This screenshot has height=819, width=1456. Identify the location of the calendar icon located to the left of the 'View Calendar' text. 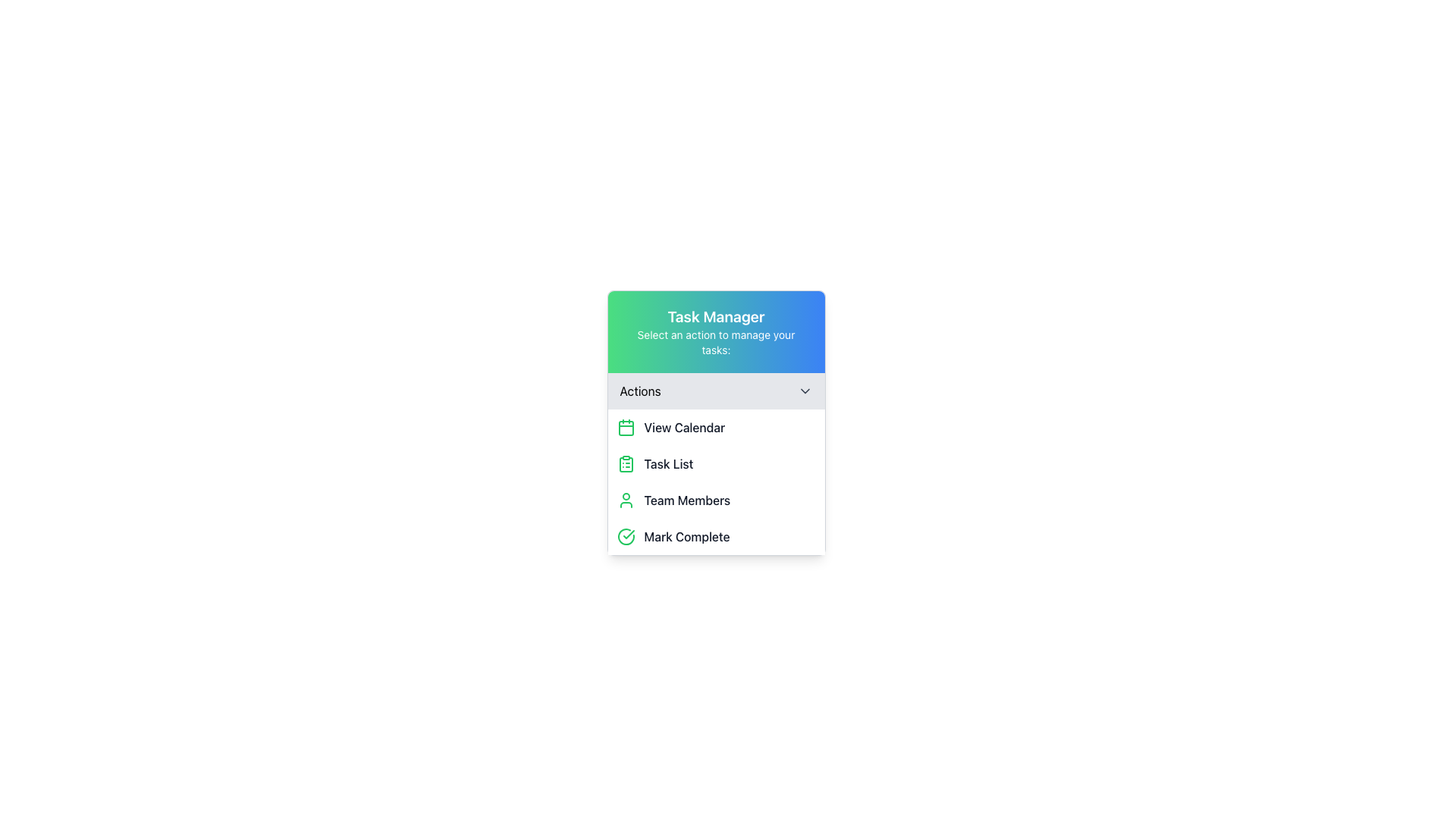
(626, 427).